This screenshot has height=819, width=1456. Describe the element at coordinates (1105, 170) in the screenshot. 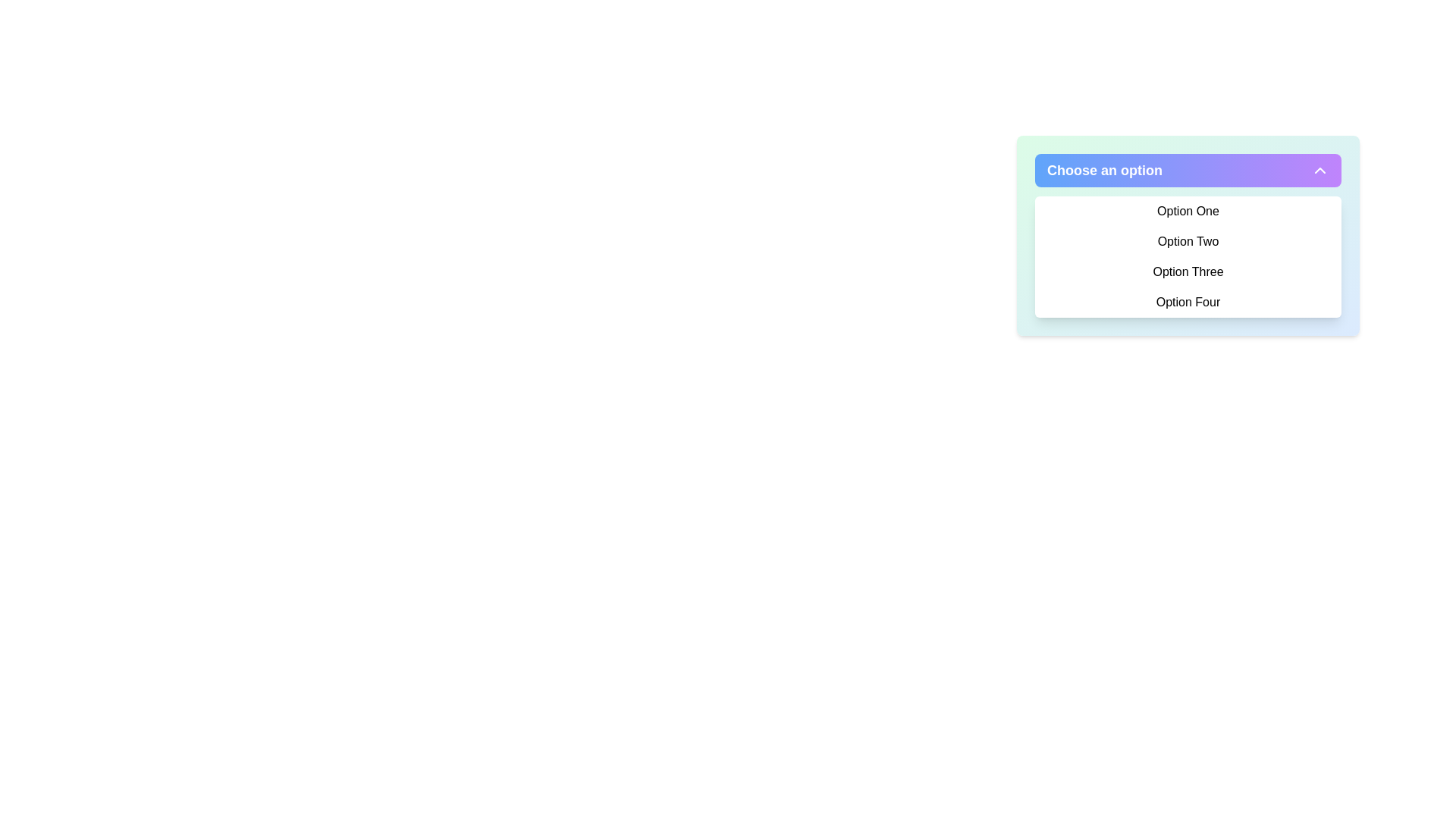

I see `the static text label displaying 'Choose an option', which is bold and white, located in the upper section of the dropdown interface, to the left of the chevron icon` at that location.